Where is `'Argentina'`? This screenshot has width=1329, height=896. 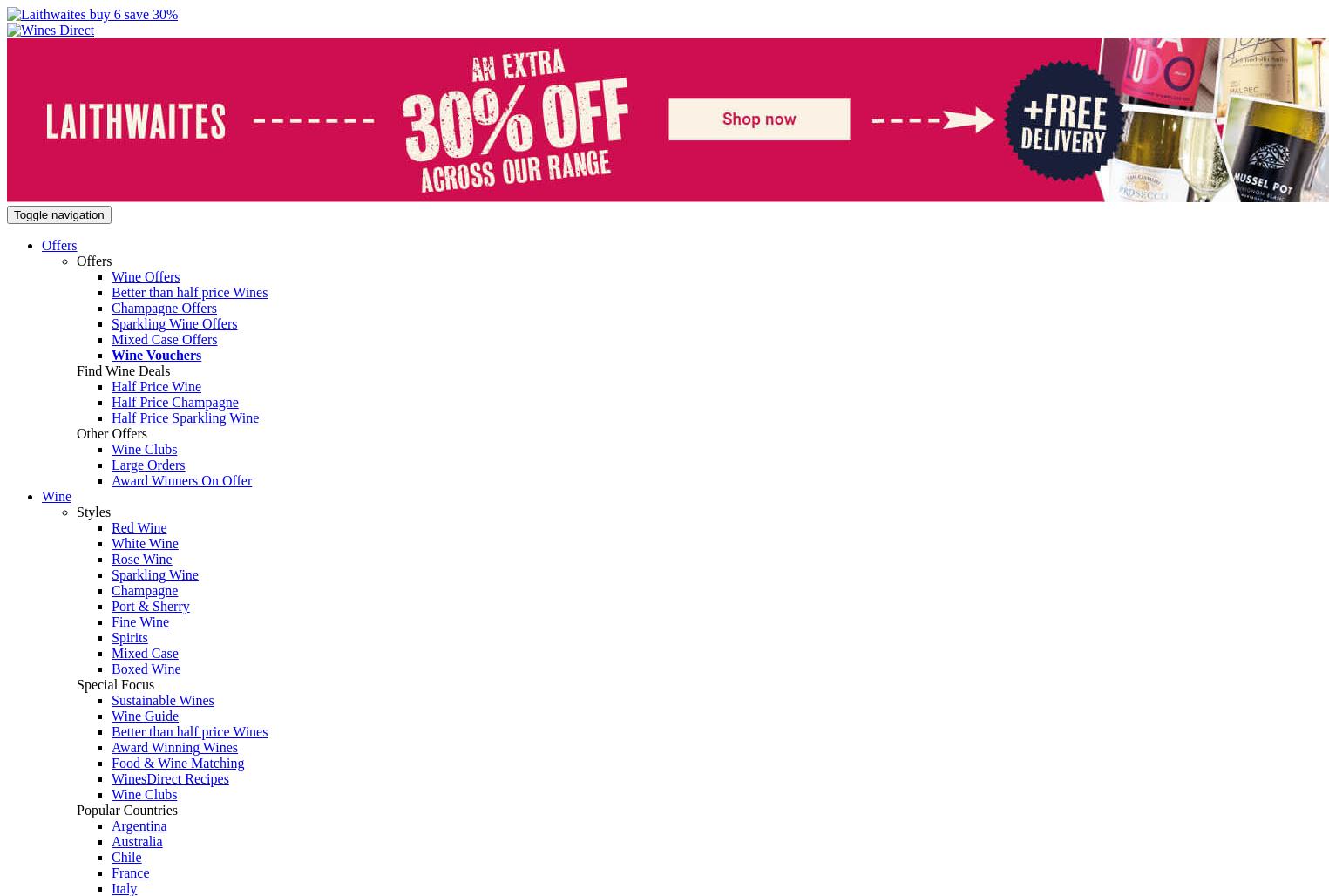
'Argentina' is located at coordinates (110, 825).